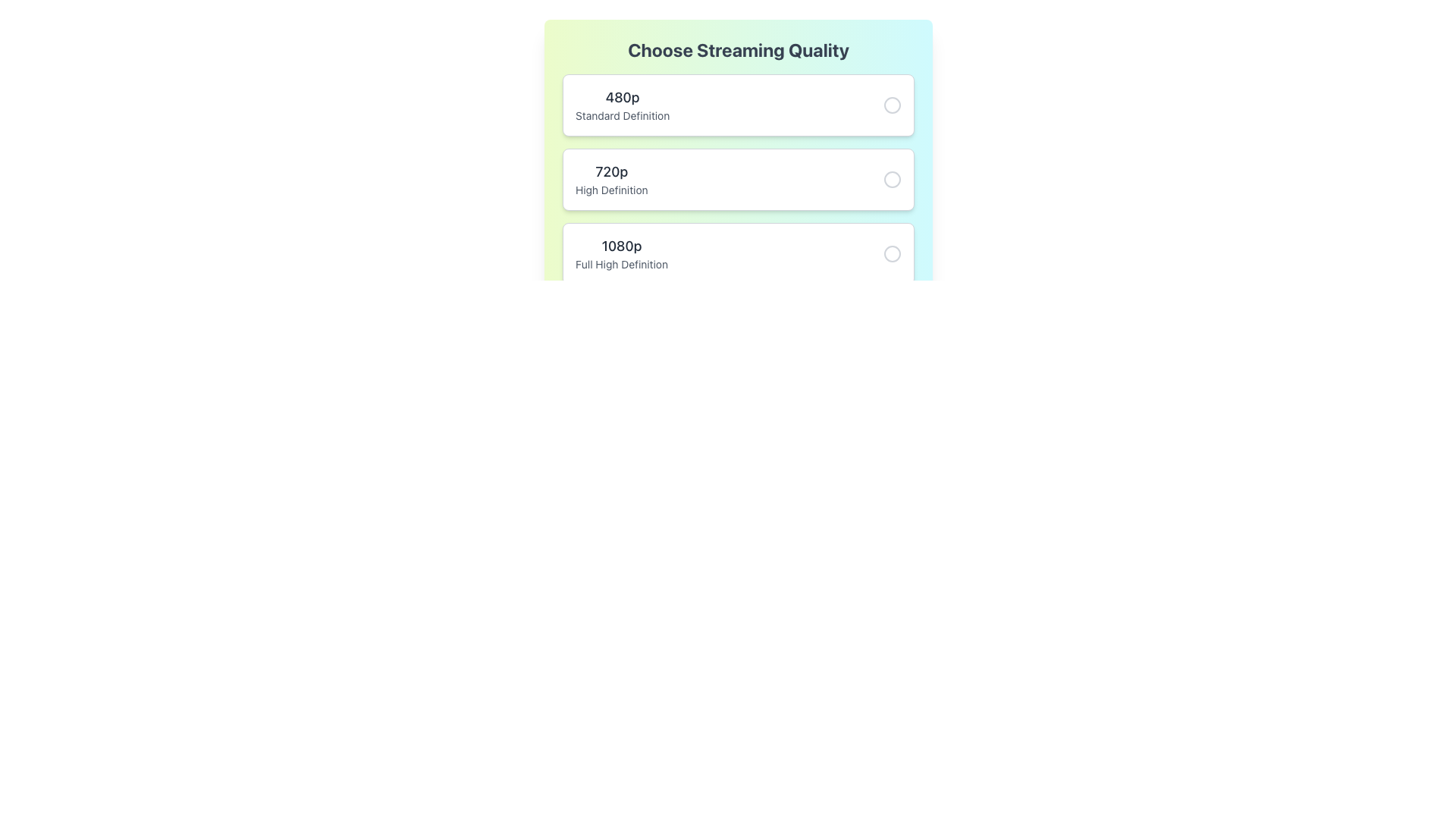 The width and height of the screenshot is (1456, 819). What do you see at coordinates (892, 104) in the screenshot?
I see `the circular SVG graphic element that is part of the '480p Standard Definition' selectable option in the UI` at bounding box center [892, 104].